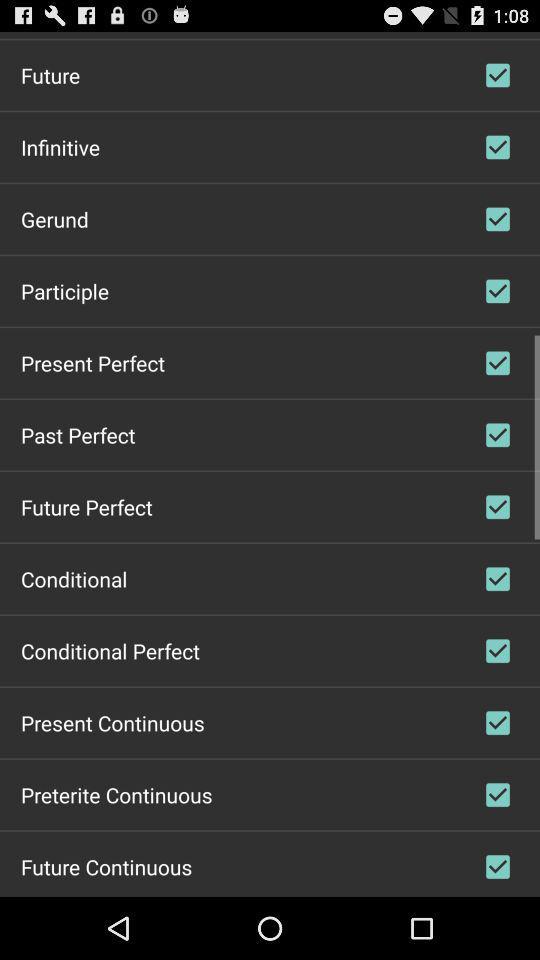 Image resolution: width=540 pixels, height=960 pixels. Describe the element at coordinates (65, 289) in the screenshot. I see `participle item` at that location.